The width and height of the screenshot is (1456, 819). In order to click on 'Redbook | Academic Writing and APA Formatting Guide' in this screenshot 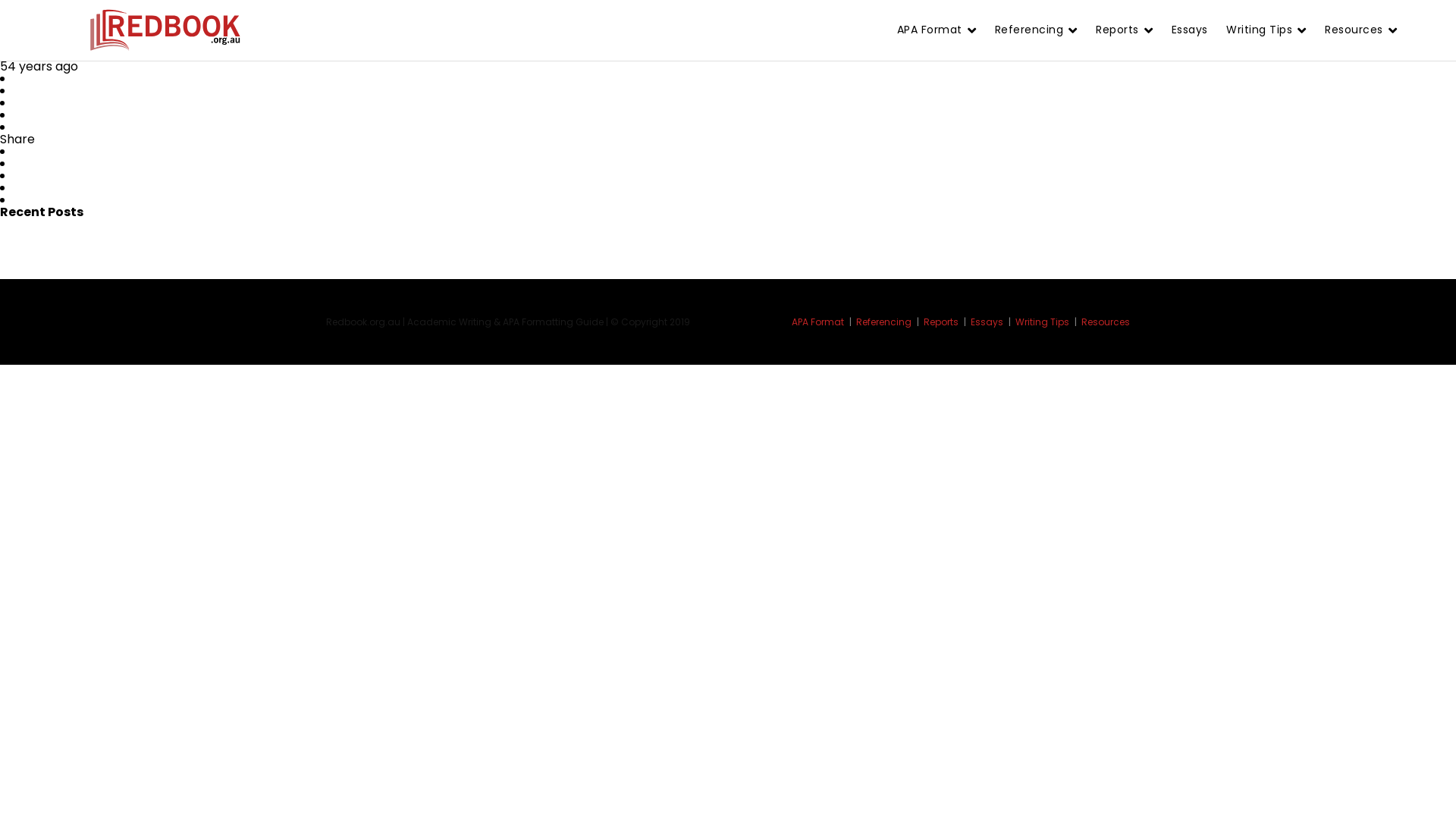, I will do `click(165, 30)`.